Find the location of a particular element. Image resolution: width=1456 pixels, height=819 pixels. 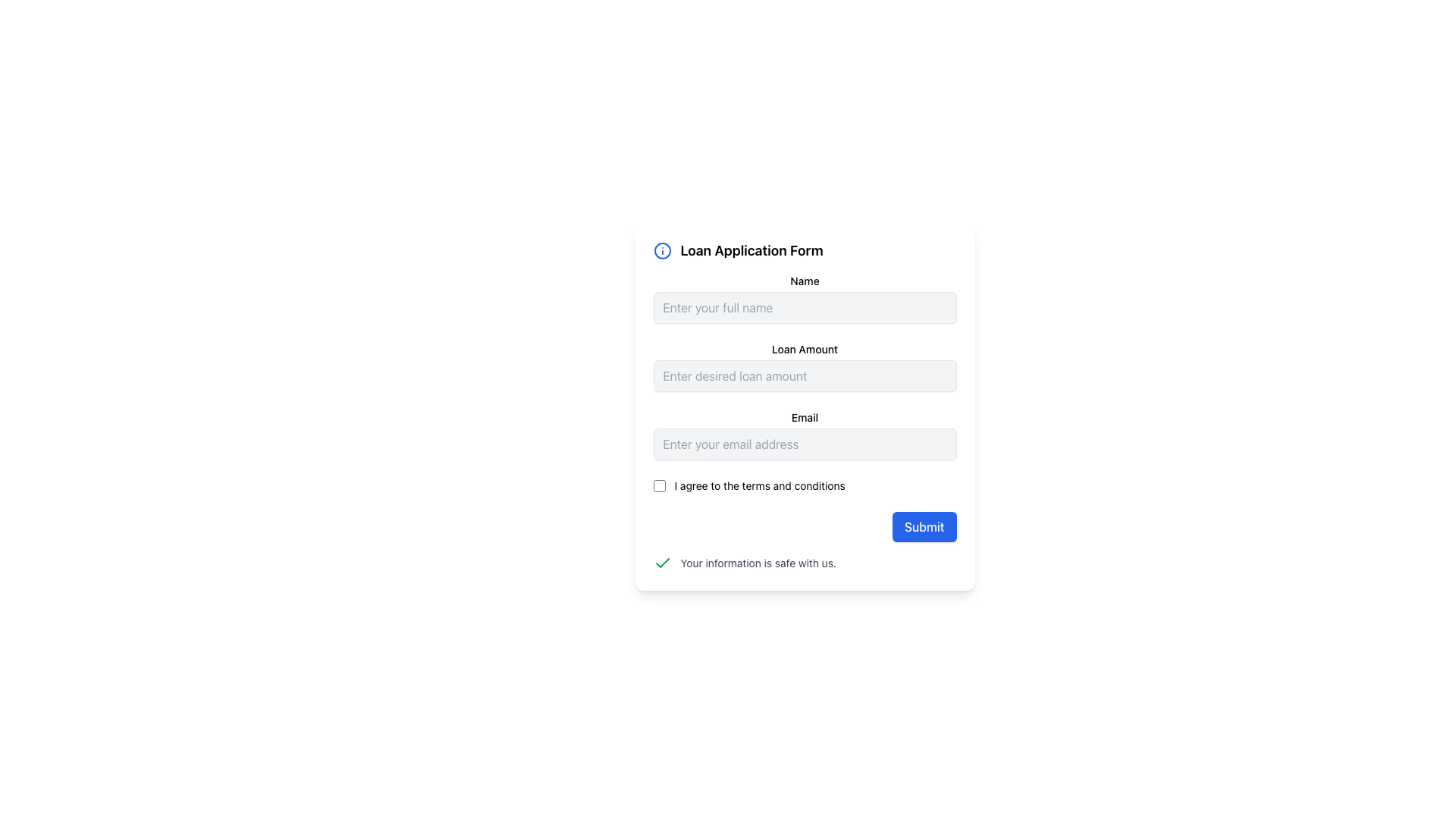

the 'Loan Amount' input field to observe visual changes such as highlighting or border color changes is located at coordinates (804, 366).